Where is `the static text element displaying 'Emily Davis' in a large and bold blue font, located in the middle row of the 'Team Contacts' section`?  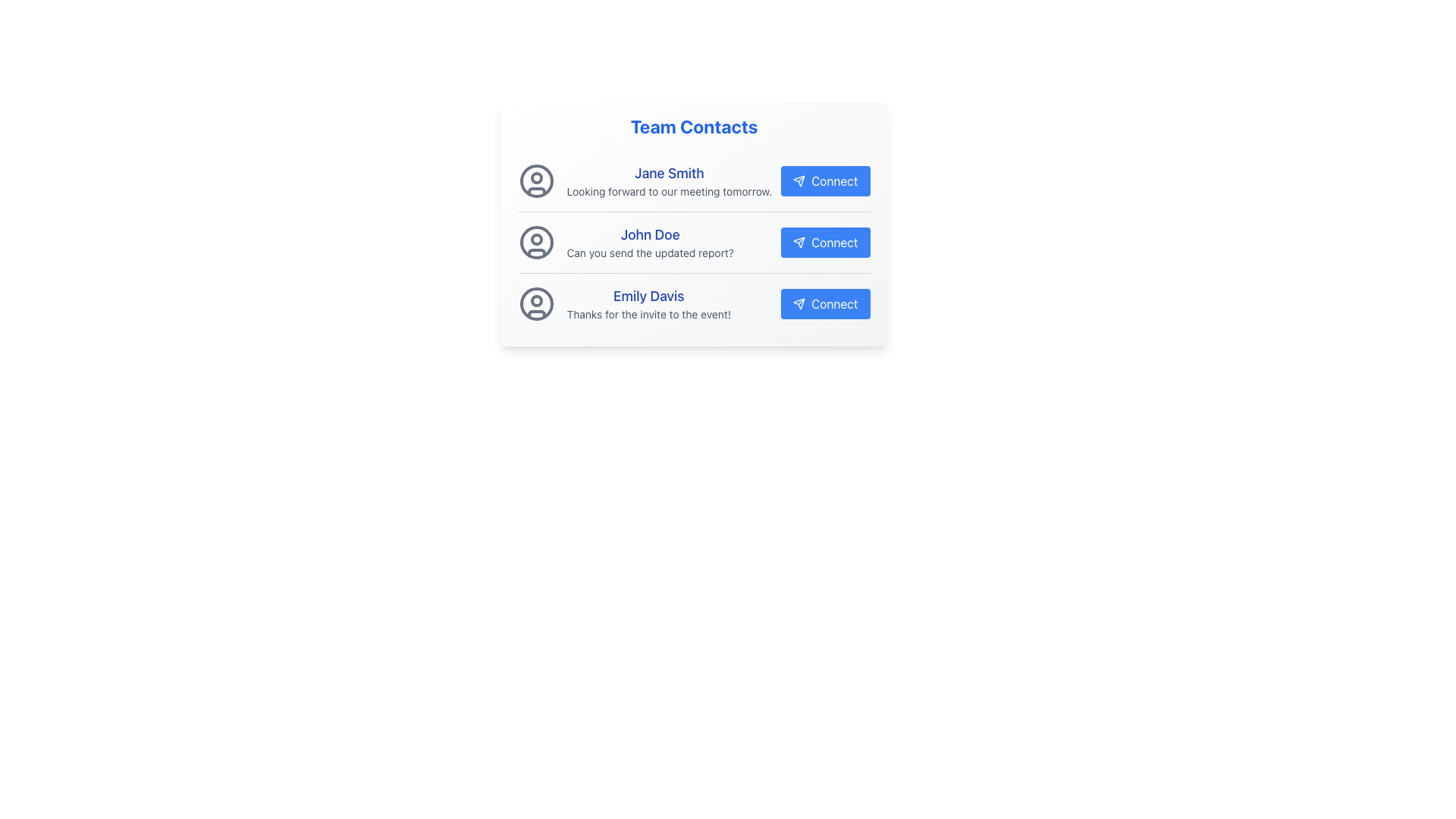 the static text element displaying 'Emily Davis' in a large and bold blue font, located in the middle row of the 'Team Contacts' section is located at coordinates (648, 296).